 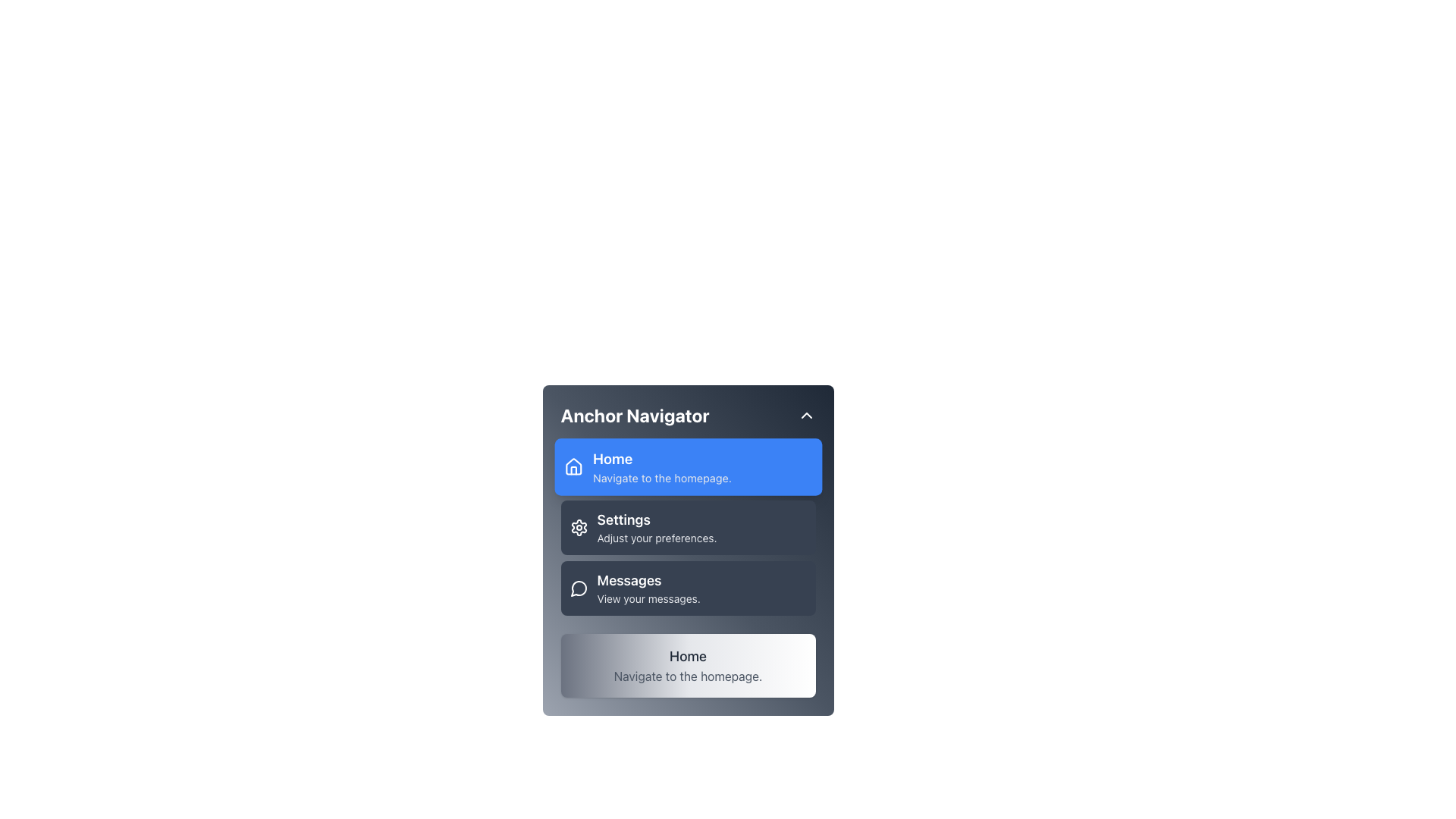 What do you see at coordinates (687, 675) in the screenshot?
I see `the descriptive text located at the bottom of the light gray card containing the title 'Home'` at bounding box center [687, 675].